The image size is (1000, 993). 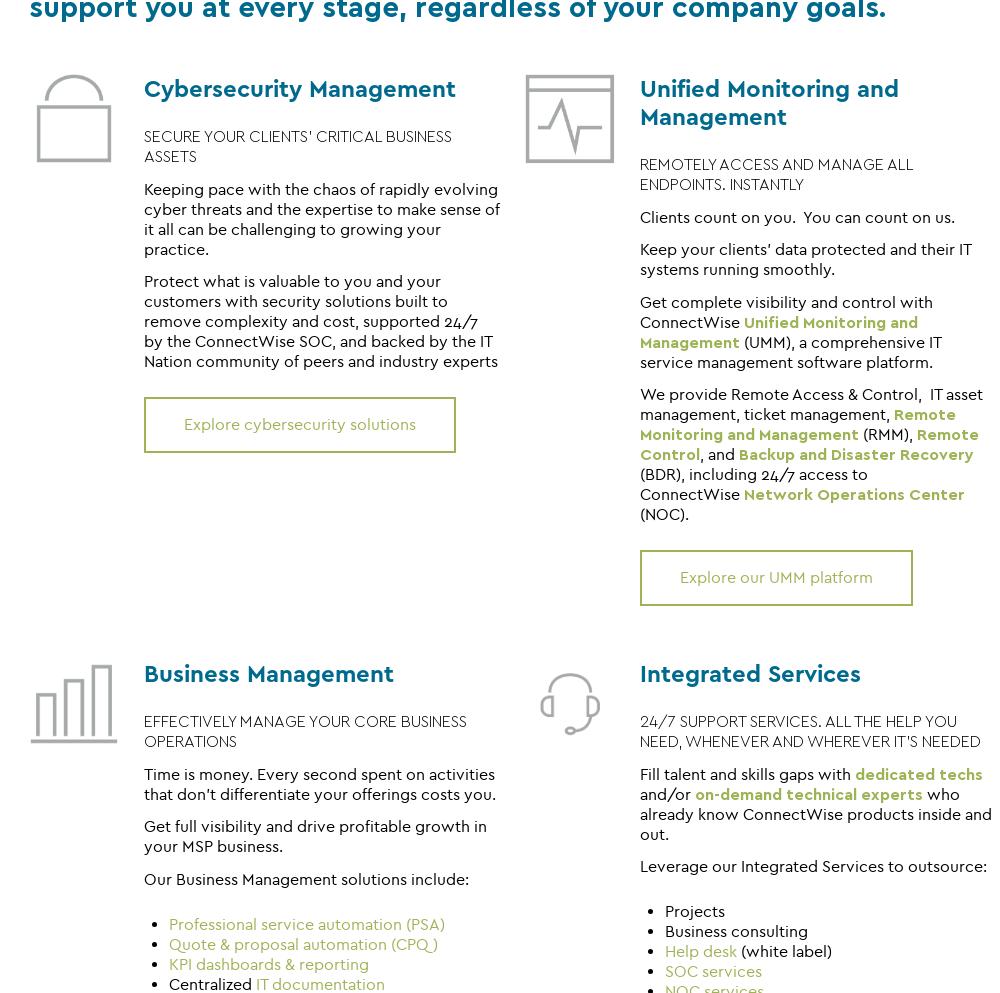 What do you see at coordinates (853, 494) in the screenshot?
I see `'Network Operations Center'` at bounding box center [853, 494].